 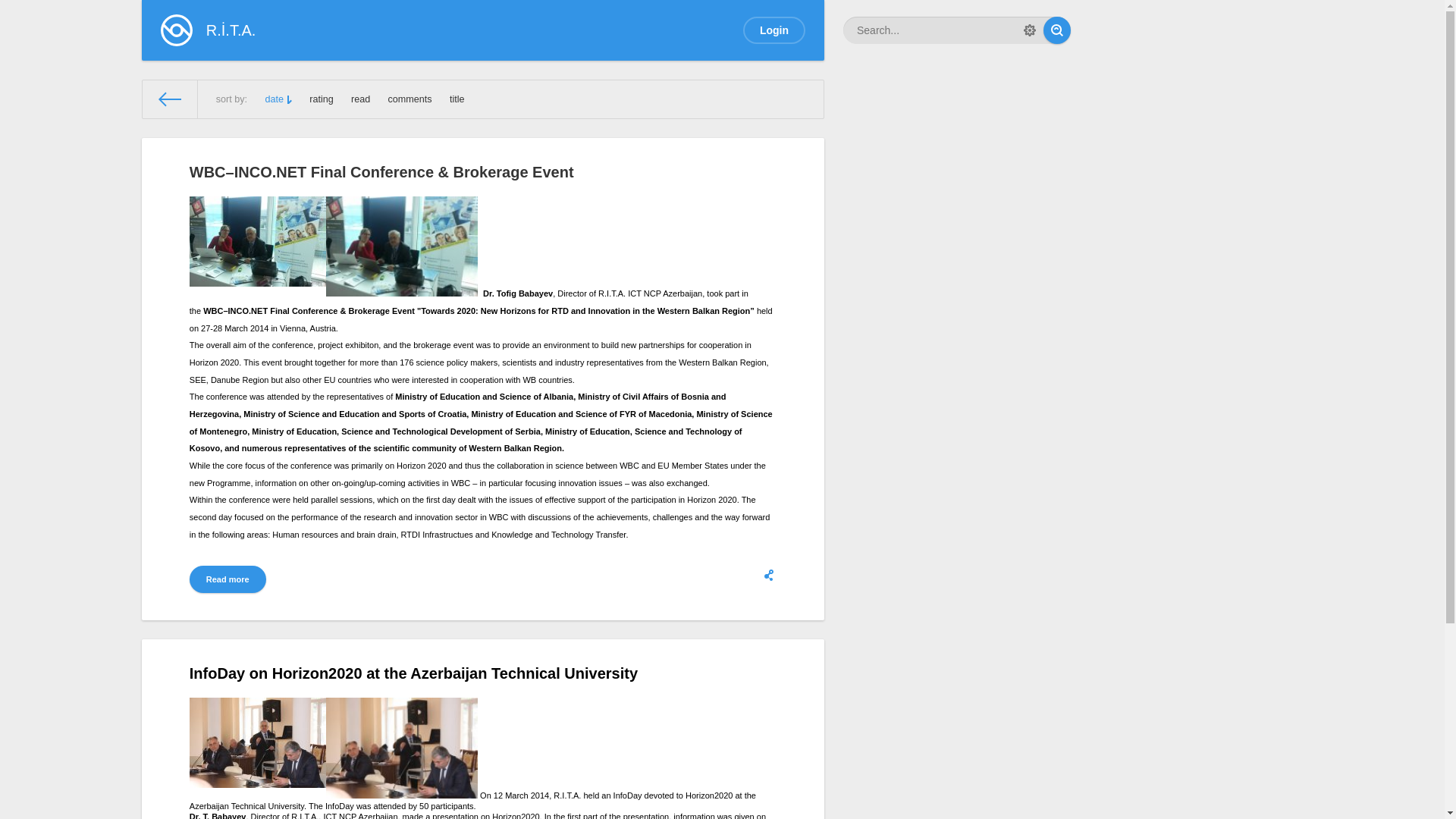 I want to click on 'Read more', so click(x=227, y=579).